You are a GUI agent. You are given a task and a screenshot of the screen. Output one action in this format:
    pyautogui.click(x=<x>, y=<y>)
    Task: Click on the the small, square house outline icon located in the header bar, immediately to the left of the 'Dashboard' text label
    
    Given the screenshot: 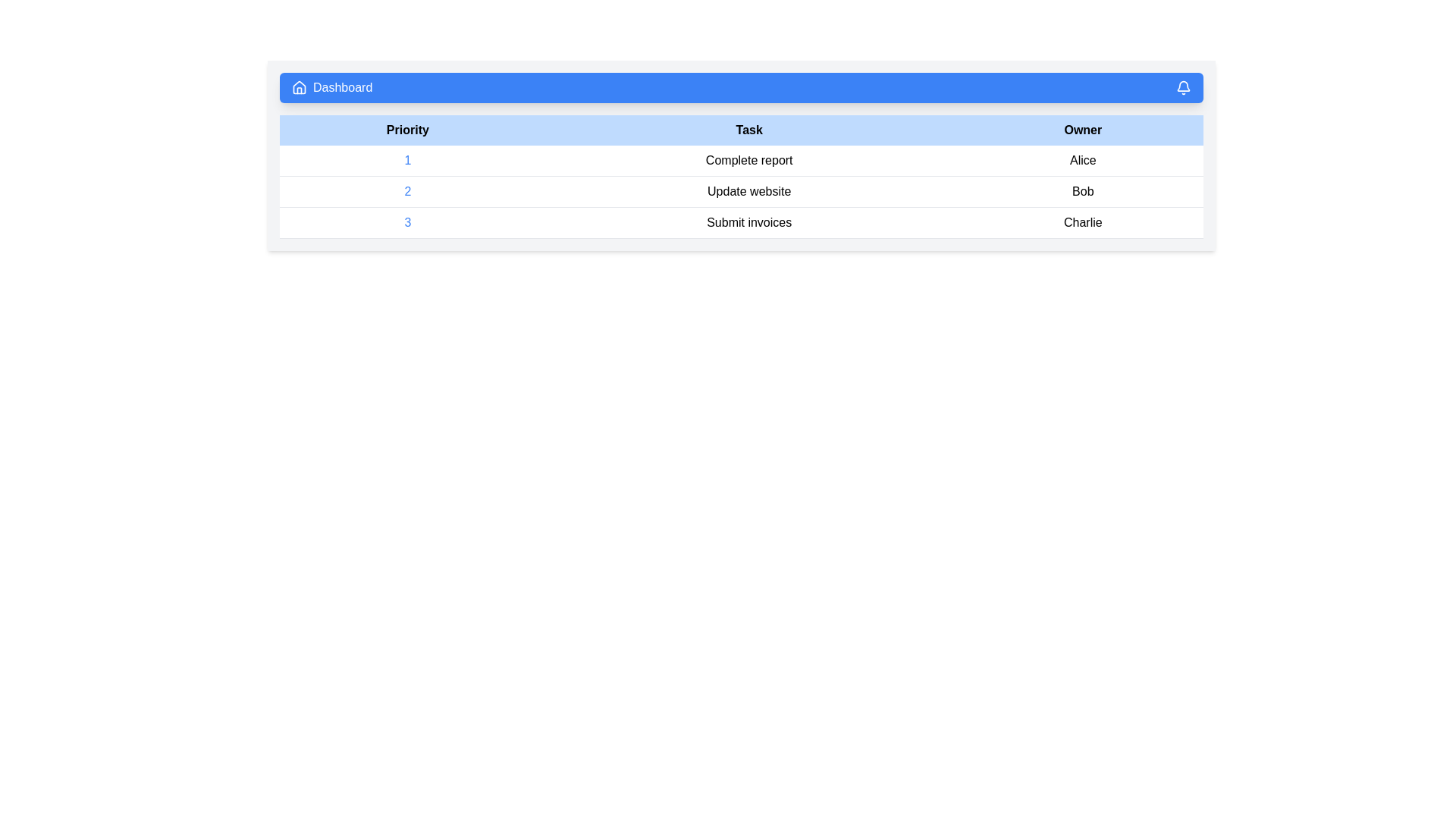 What is the action you would take?
    pyautogui.click(x=299, y=87)
    